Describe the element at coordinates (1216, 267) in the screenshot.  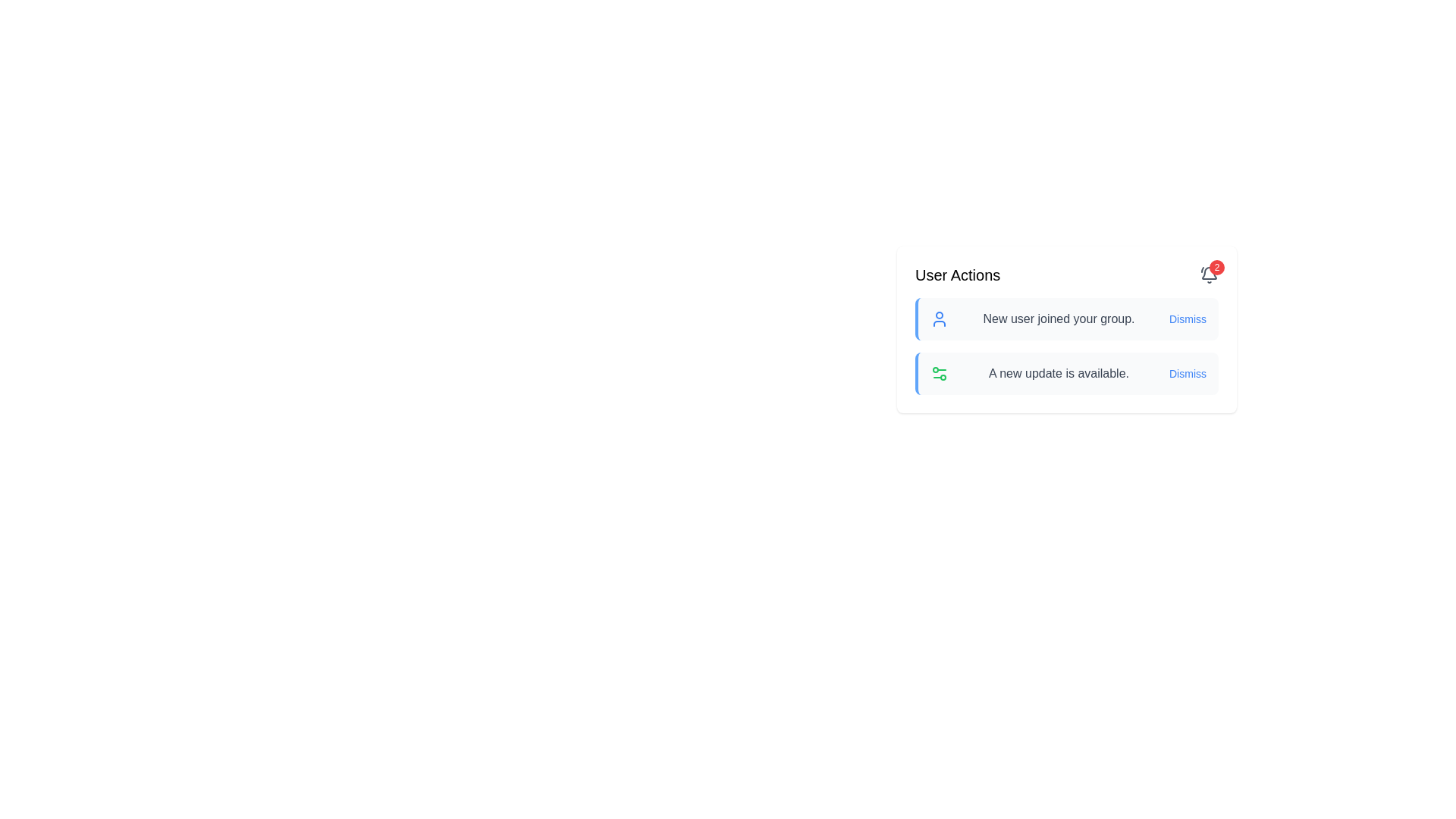
I see `the red circular badge with the text '2' located at the top-right corner of the bell icon, which indicates a notification count` at that location.